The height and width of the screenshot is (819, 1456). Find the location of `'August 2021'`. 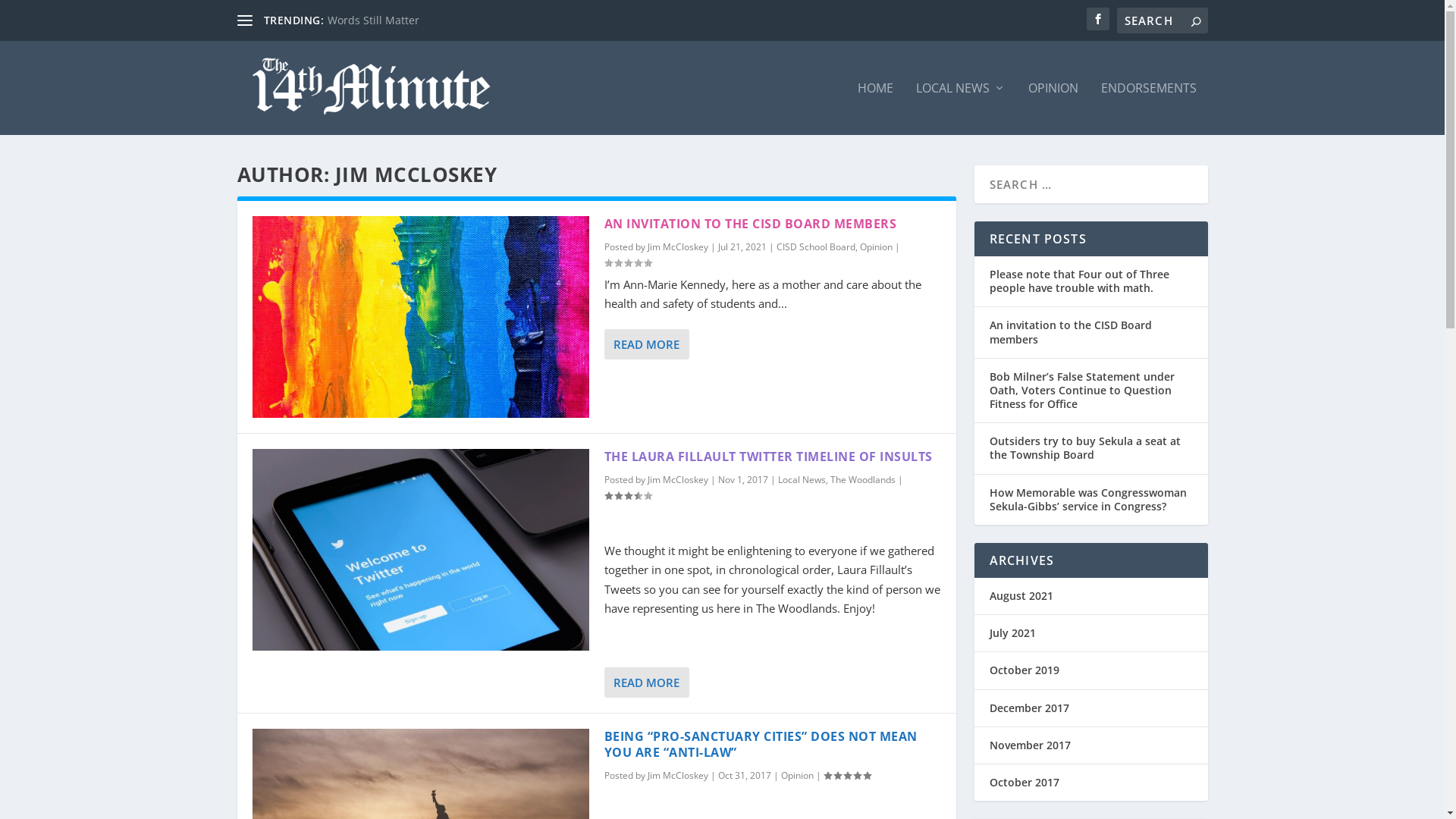

'August 2021' is located at coordinates (989, 595).